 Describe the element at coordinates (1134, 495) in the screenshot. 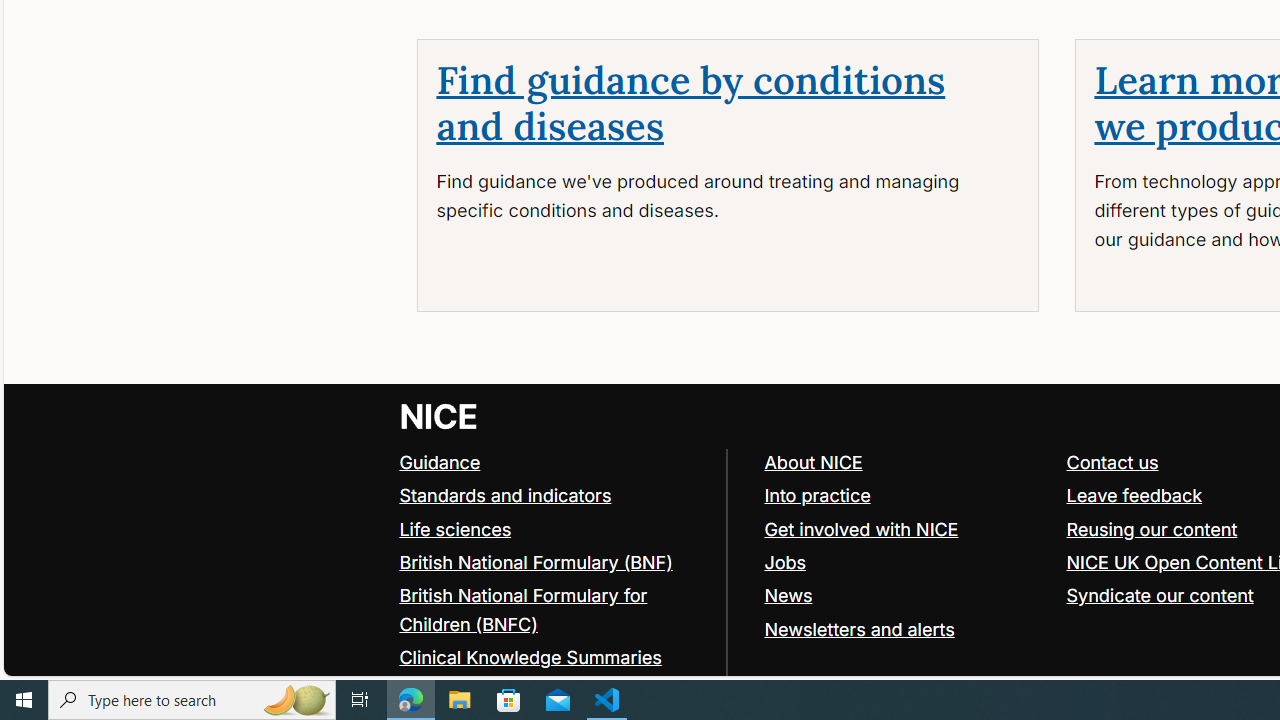

I see `'Leave feedback'` at that location.